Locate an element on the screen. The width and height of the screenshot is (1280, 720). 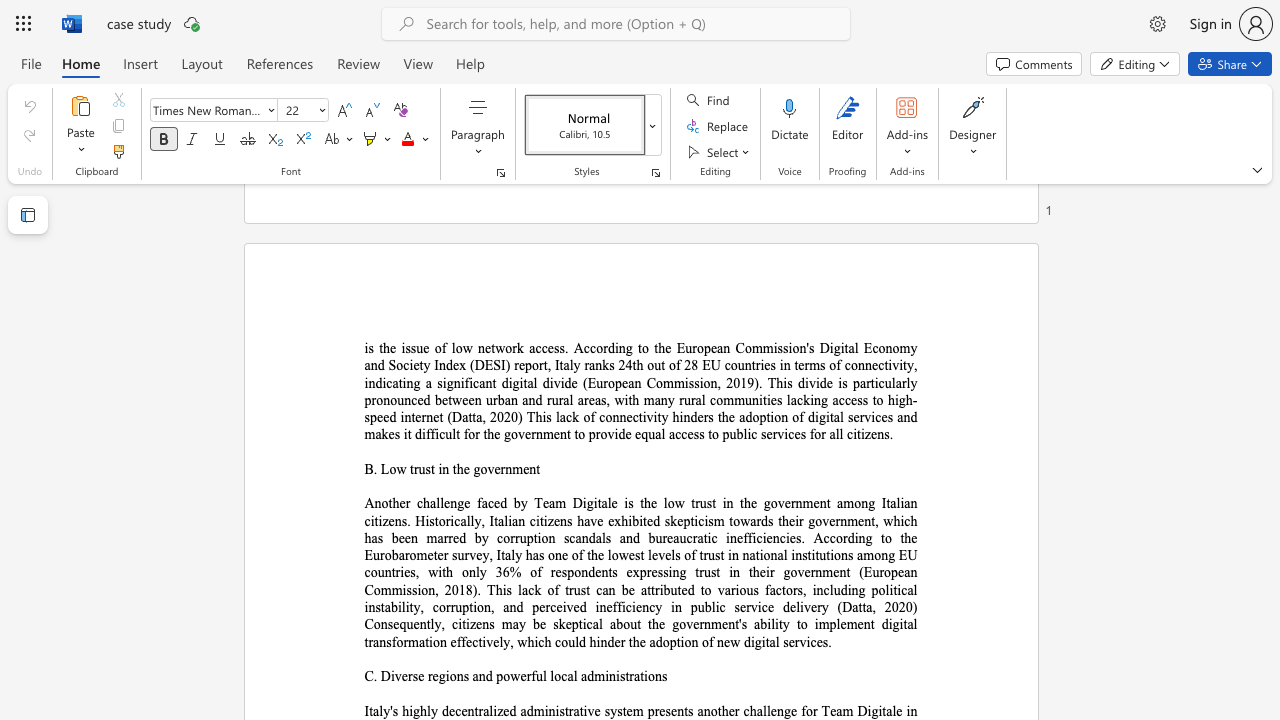
the subset text "espondents expressing trust in thei" within the text "Another challenge faced by Team Digitale is the low trust in the government among Italian citizens. Historically, Italian citizens have exhibited skepticism towards their government, which has been marred by corruption scandals and bureaucratic inefficiencies. According to the Eurobarometer survey, Italy has one of the lowest levels of trust in national institutions among EU countries, with only 36% of respondents expressing trust in their government (European Commission, 2018). This lack of trust can be at" is located at coordinates (555, 572).